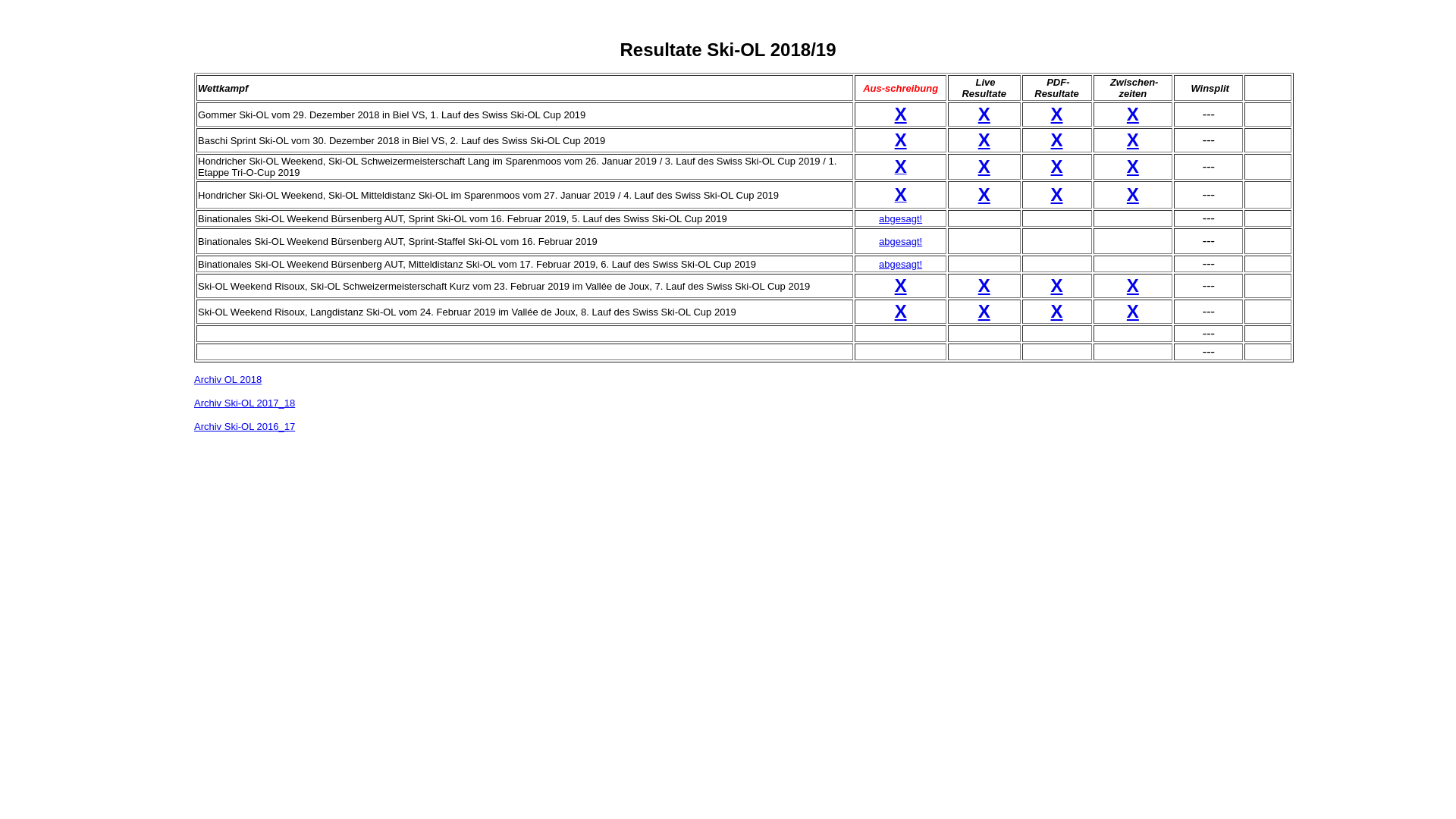 The width and height of the screenshot is (1456, 819). I want to click on 'Archiv Ski-OL 2016_17', so click(193, 426).